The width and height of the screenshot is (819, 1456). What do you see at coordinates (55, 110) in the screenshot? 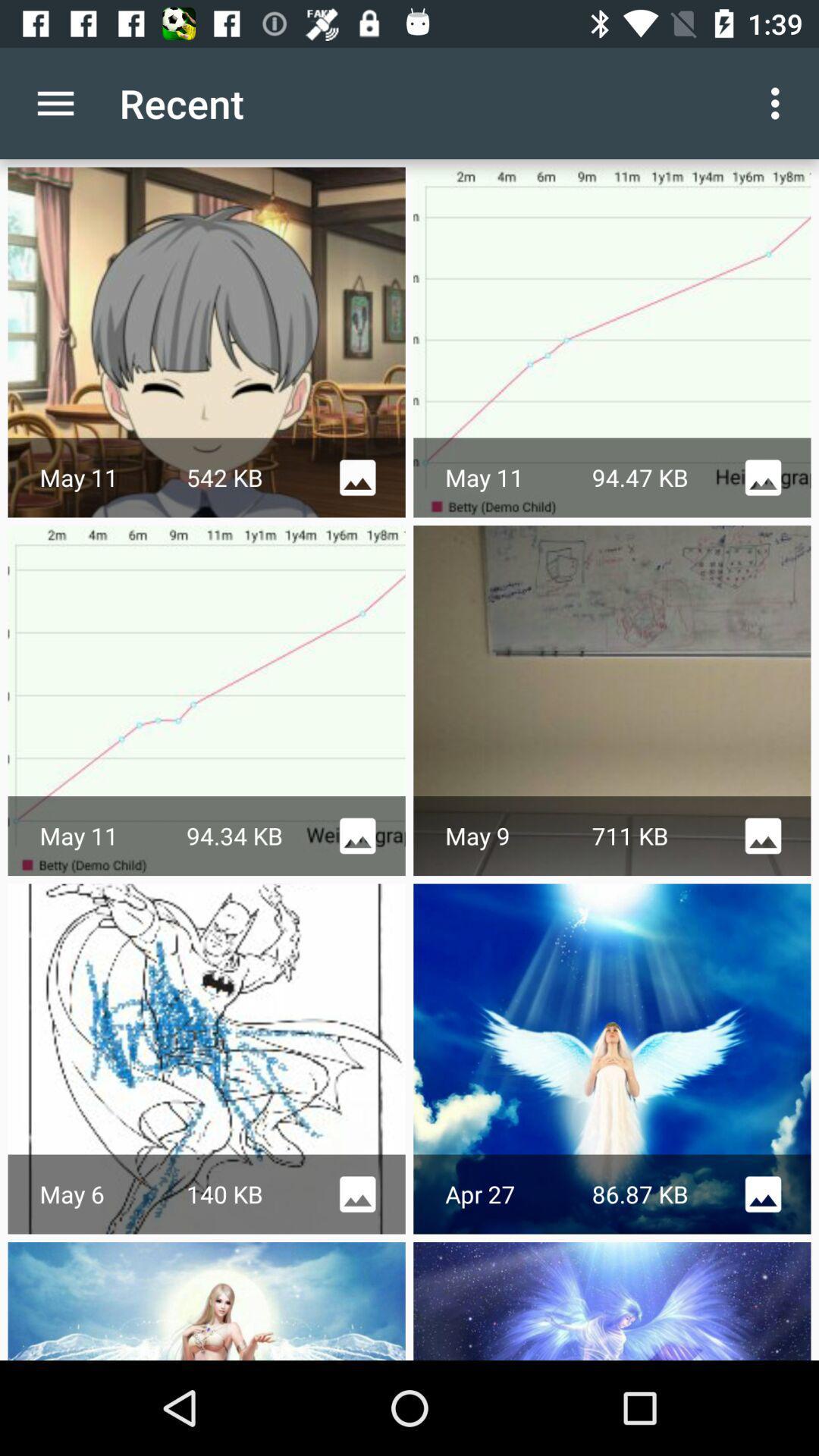
I see `the menu icon` at bounding box center [55, 110].